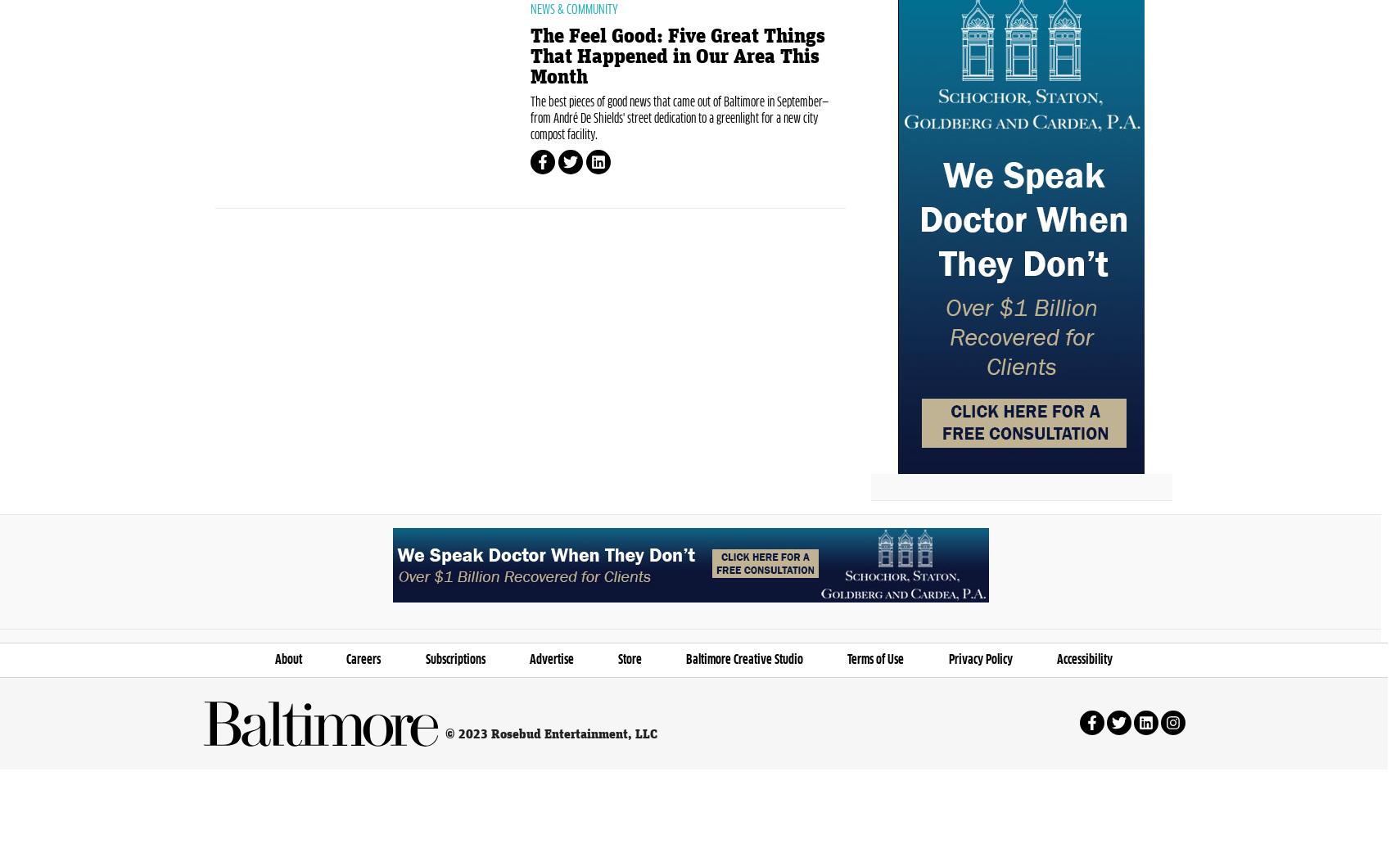 Image resolution: width=1400 pixels, height=844 pixels. I want to click on 'Subscriptions', so click(424, 736).